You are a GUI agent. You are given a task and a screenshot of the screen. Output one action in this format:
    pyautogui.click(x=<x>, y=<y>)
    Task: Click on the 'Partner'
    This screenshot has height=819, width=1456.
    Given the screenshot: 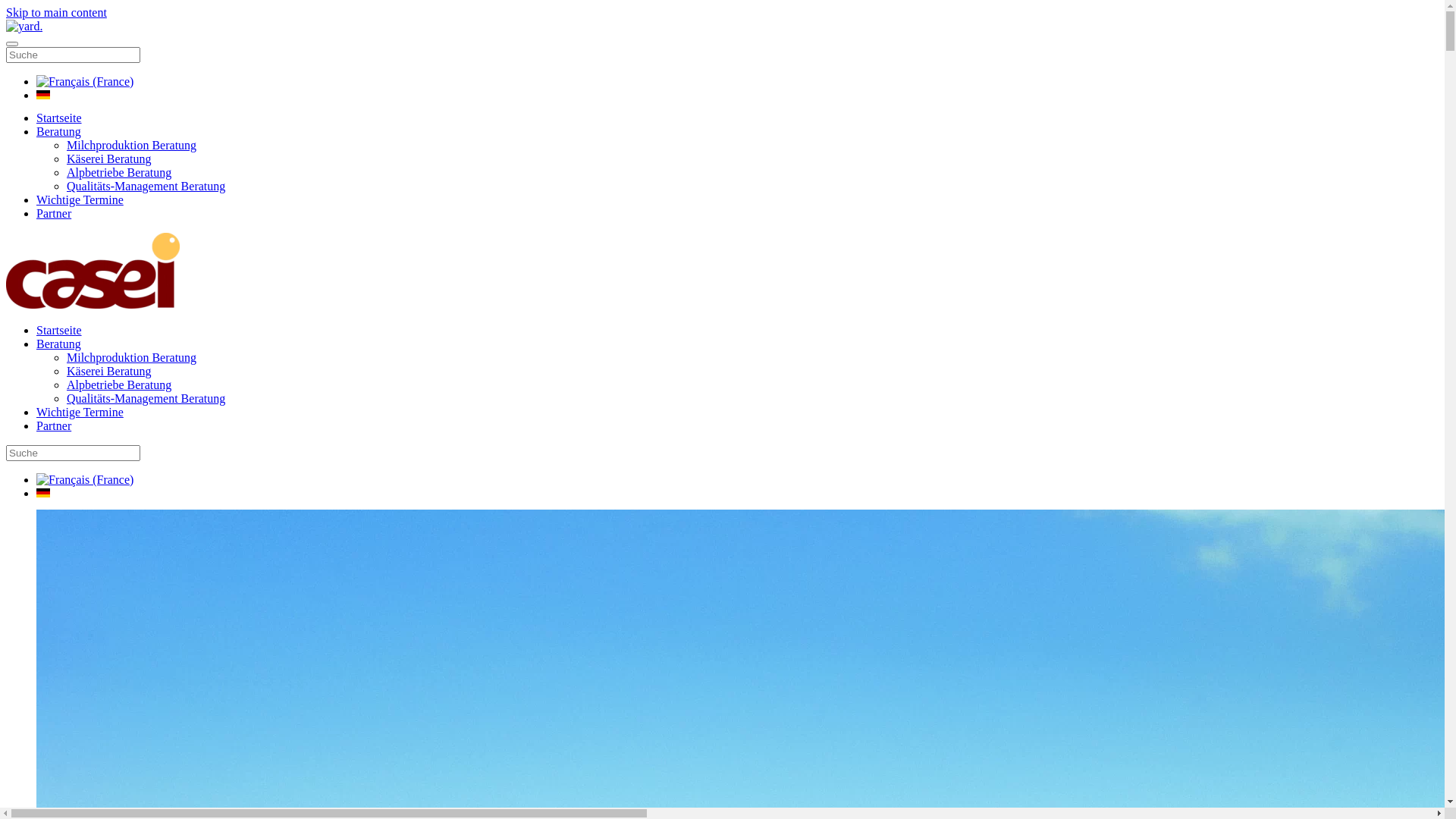 What is the action you would take?
    pyautogui.click(x=54, y=213)
    